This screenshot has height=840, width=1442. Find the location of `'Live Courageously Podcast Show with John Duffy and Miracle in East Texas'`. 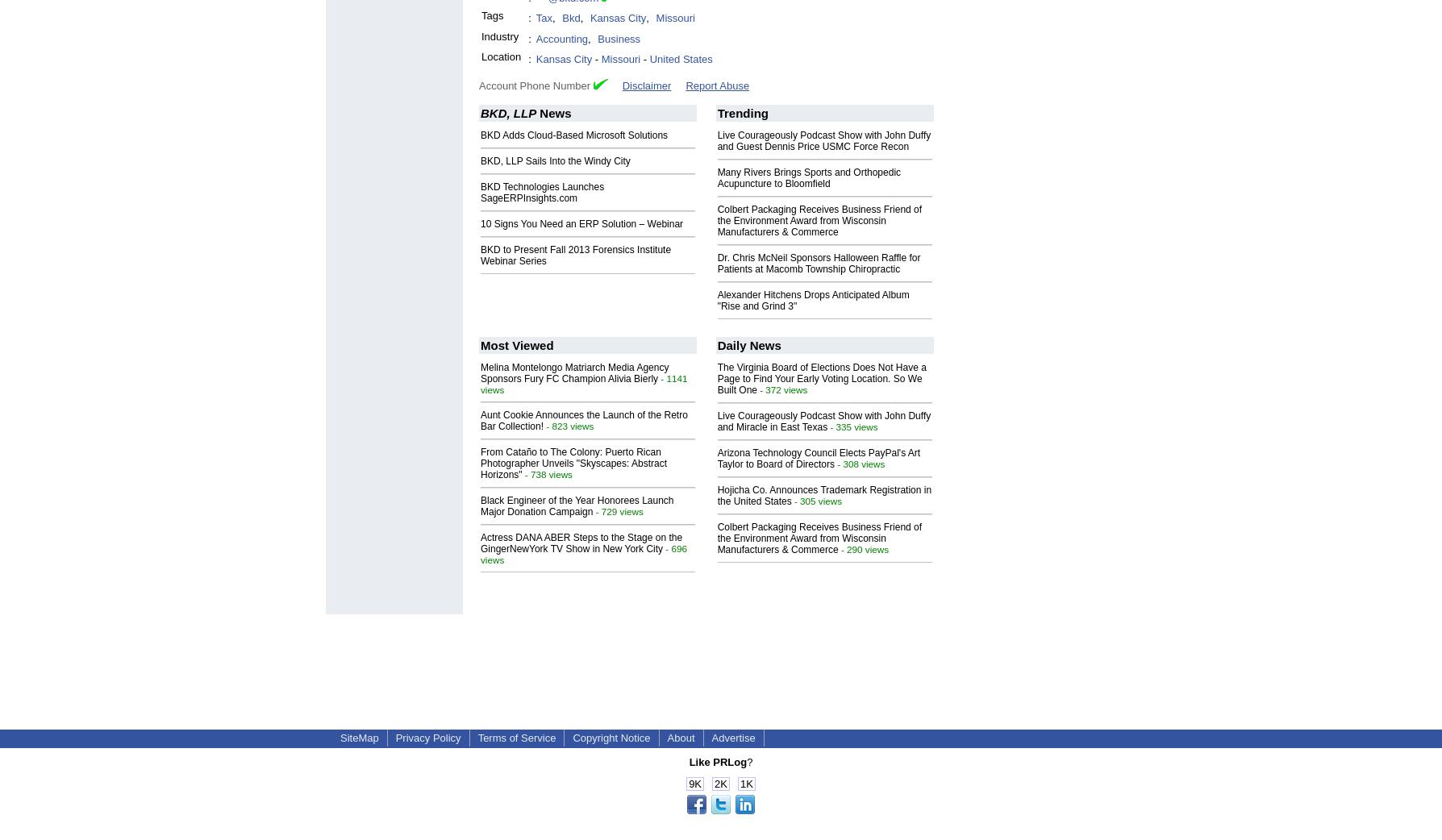

'Live Courageously Podcast Show with John Duffy and Miracle in East Texas' is located at coordinates (715, 420).